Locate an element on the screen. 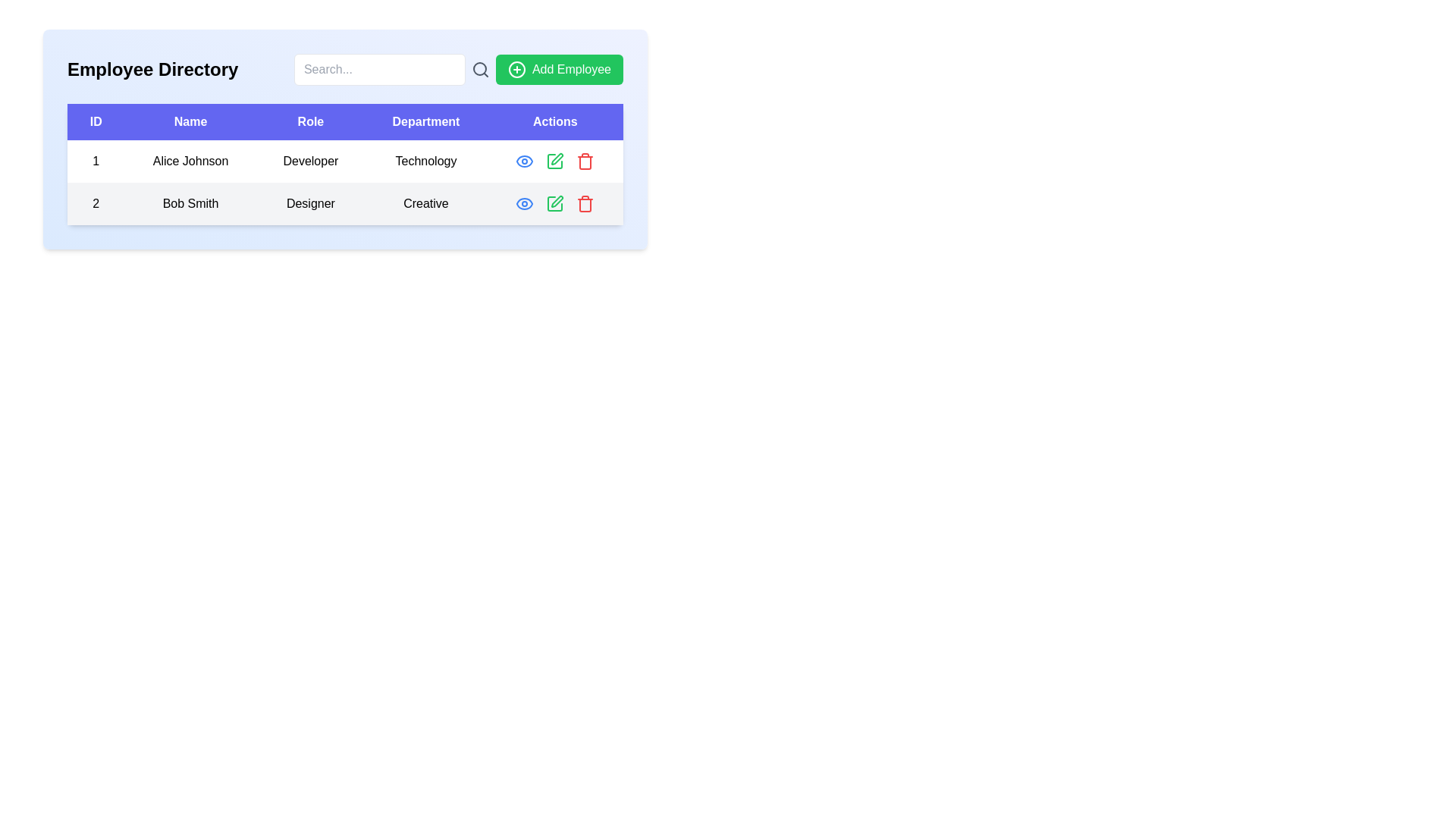 The width and height of the screenshot is (1456, 819). the table row containing employee information for ID '2', name 'Bob Smith', role 'Designer', department 'Creative' is located at coordinates (344, 203).